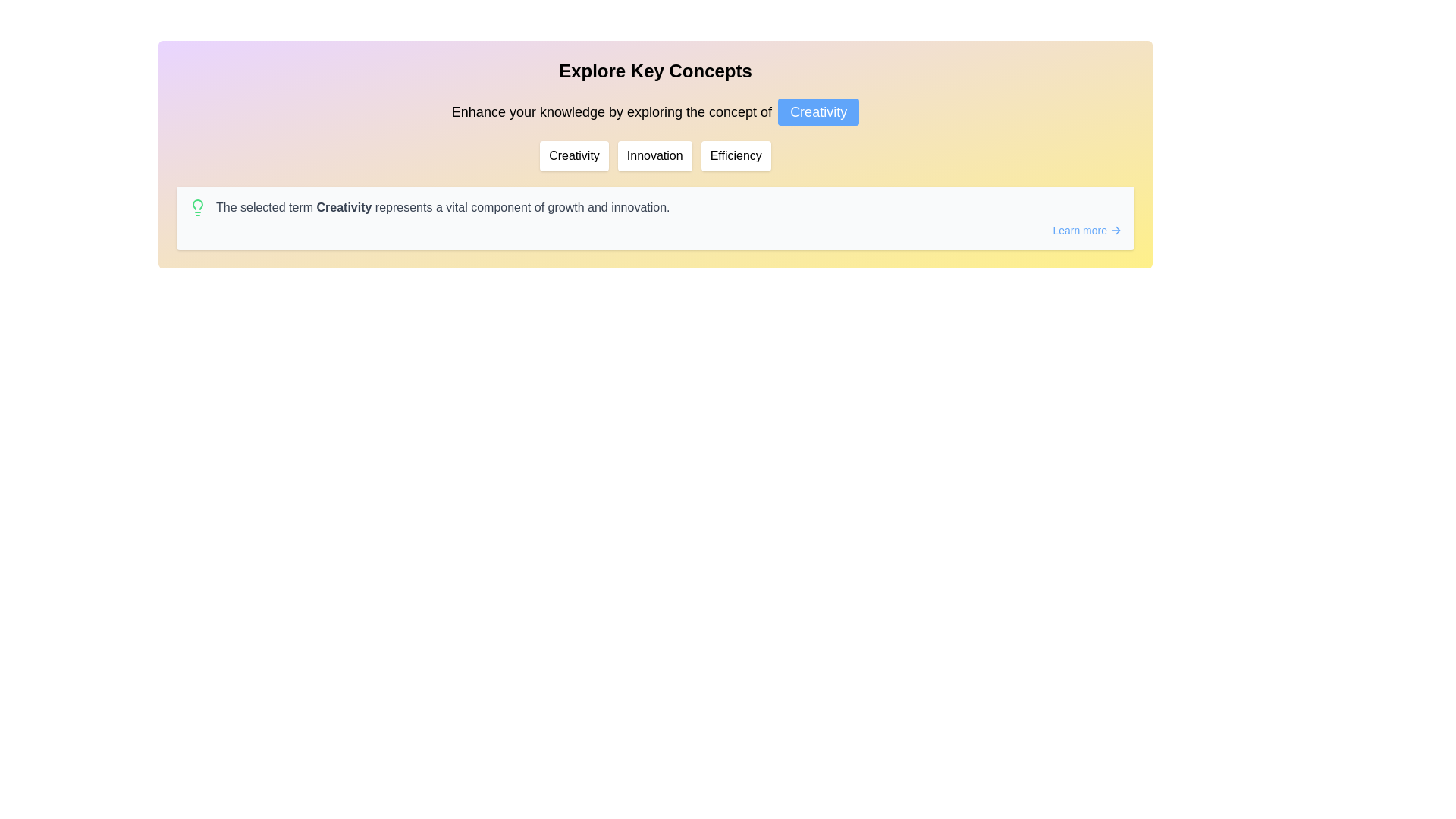  Describe the element at coordinates (573, 155) in the screenshot. I see `the leftmost navigational button for exploring creativity concepts, located below the 'Explore Key Concepts' header` at that location.